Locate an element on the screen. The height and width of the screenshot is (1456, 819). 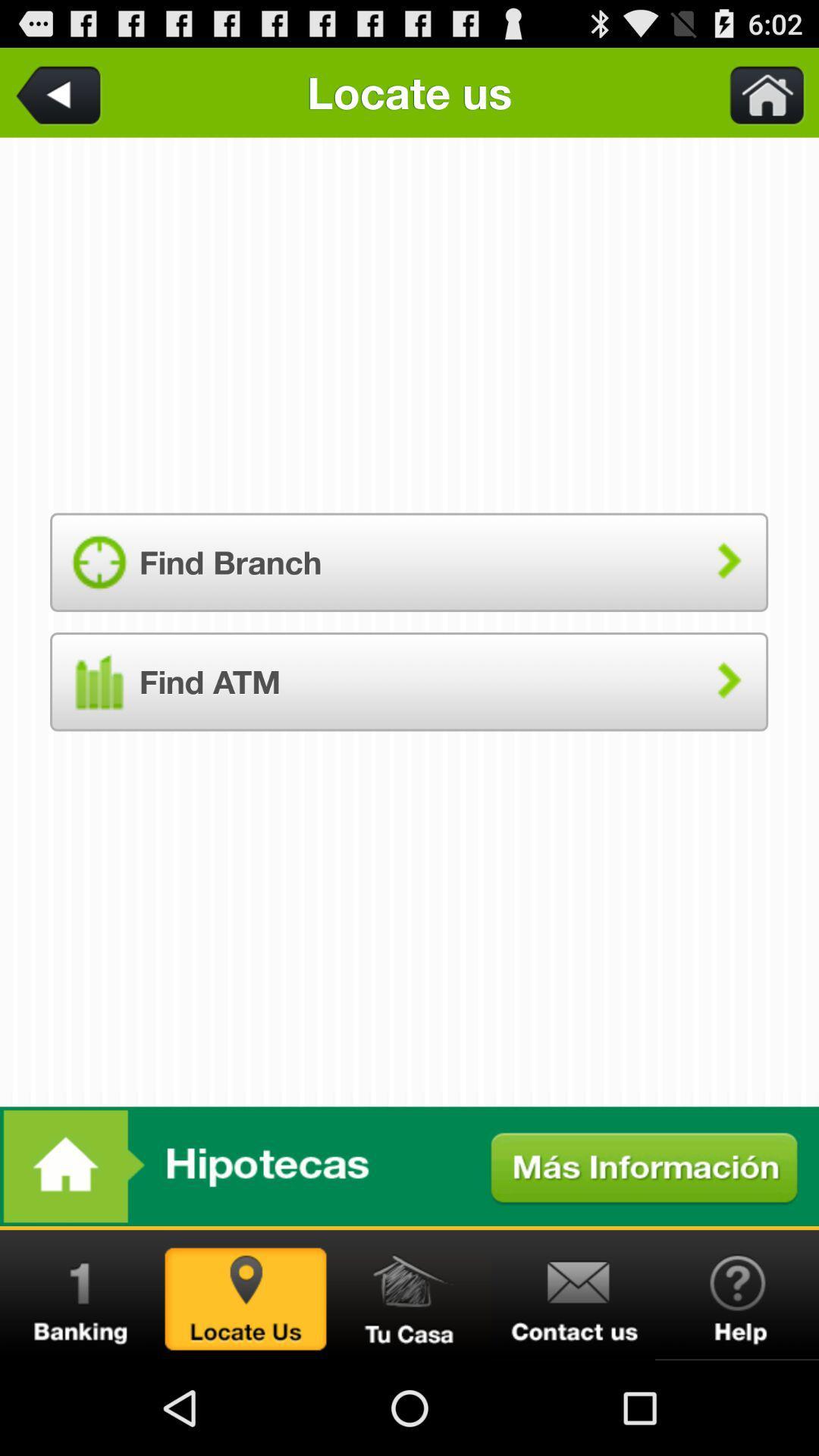
home is located at coordinates (758, 92).